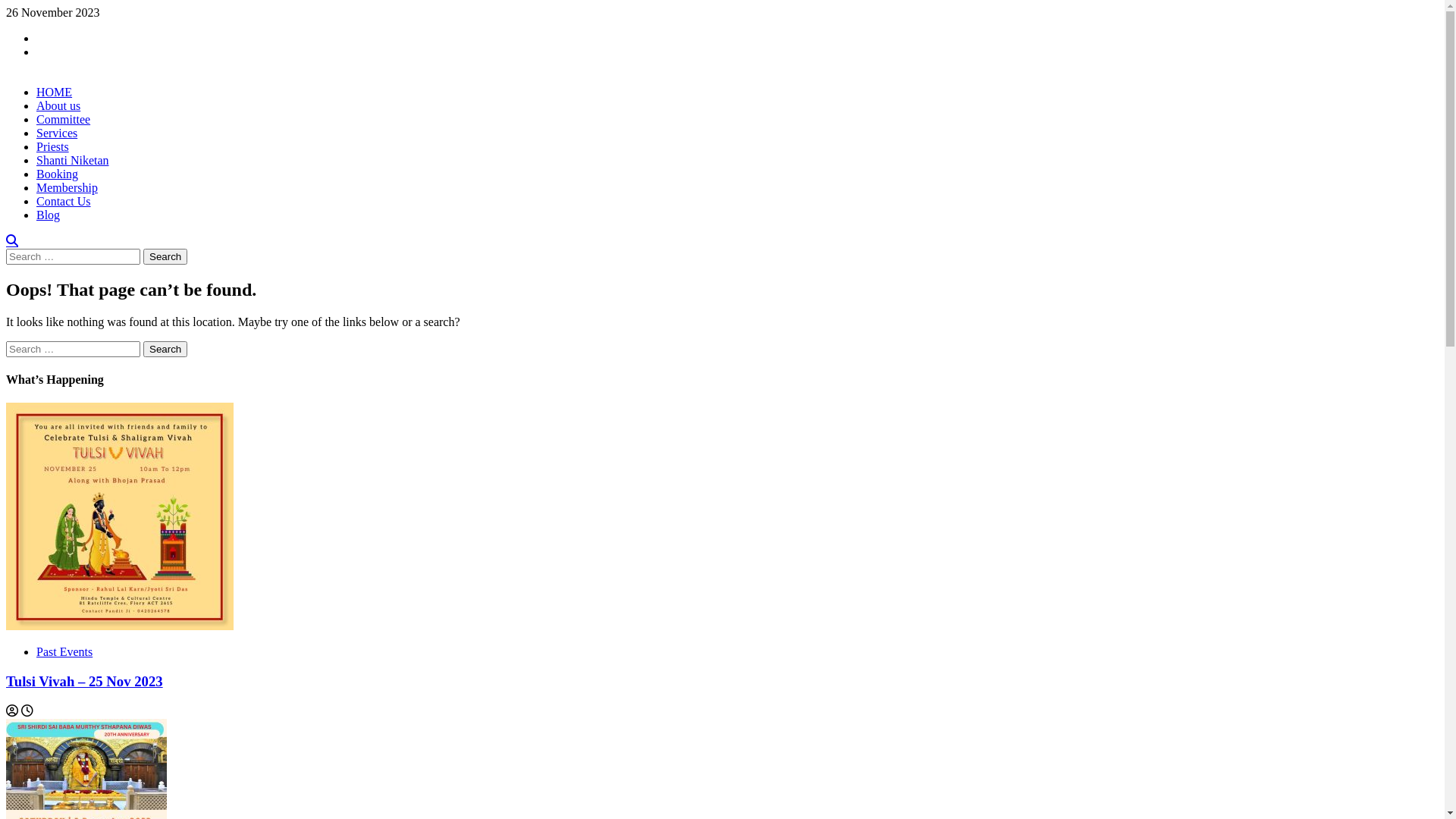 The image size is (1456, 819). I want to click on 'About us', so click(58, 105).